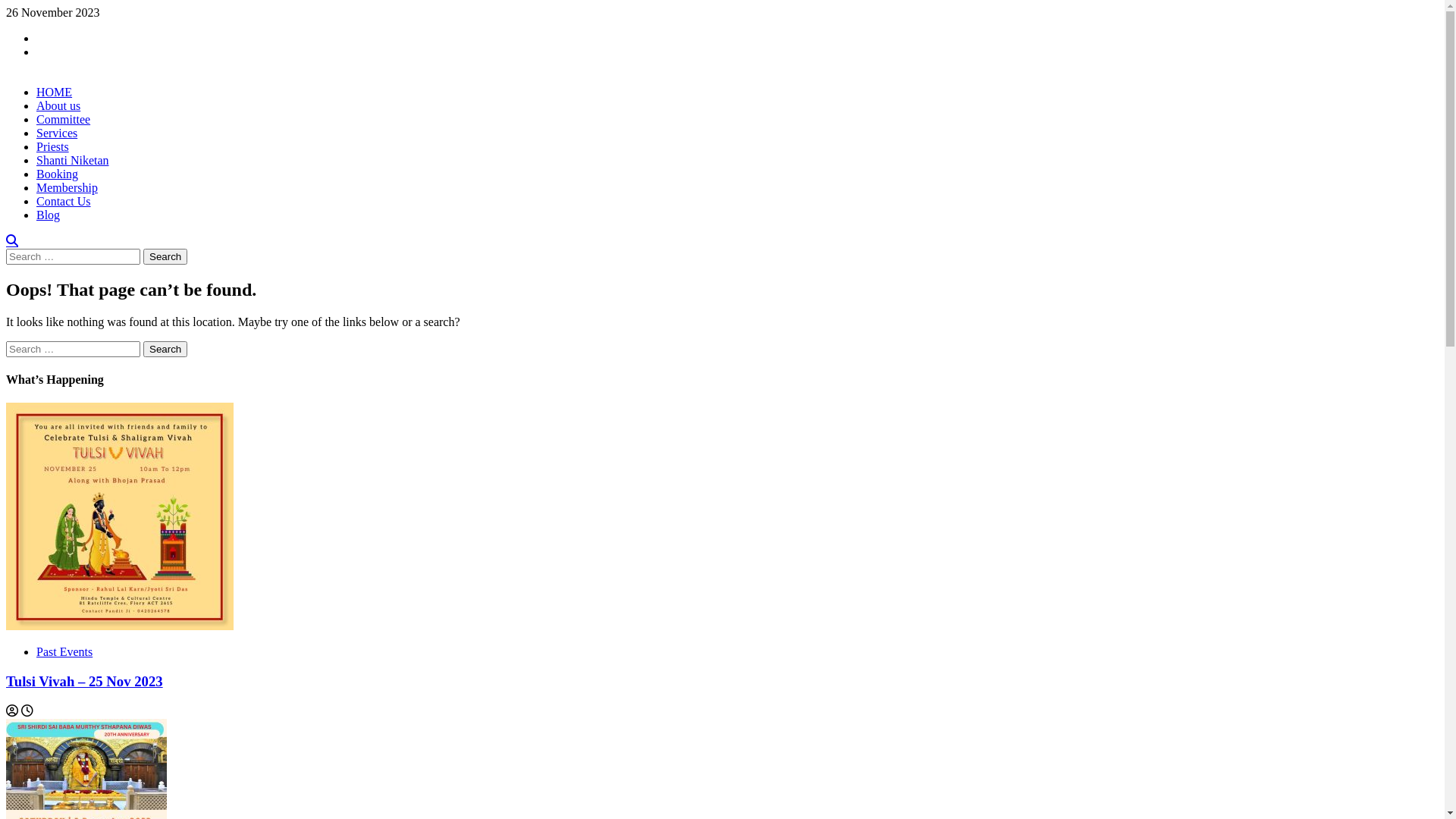 The image size is (1456, 819). I want to click on 'About us', so click(58, 105).